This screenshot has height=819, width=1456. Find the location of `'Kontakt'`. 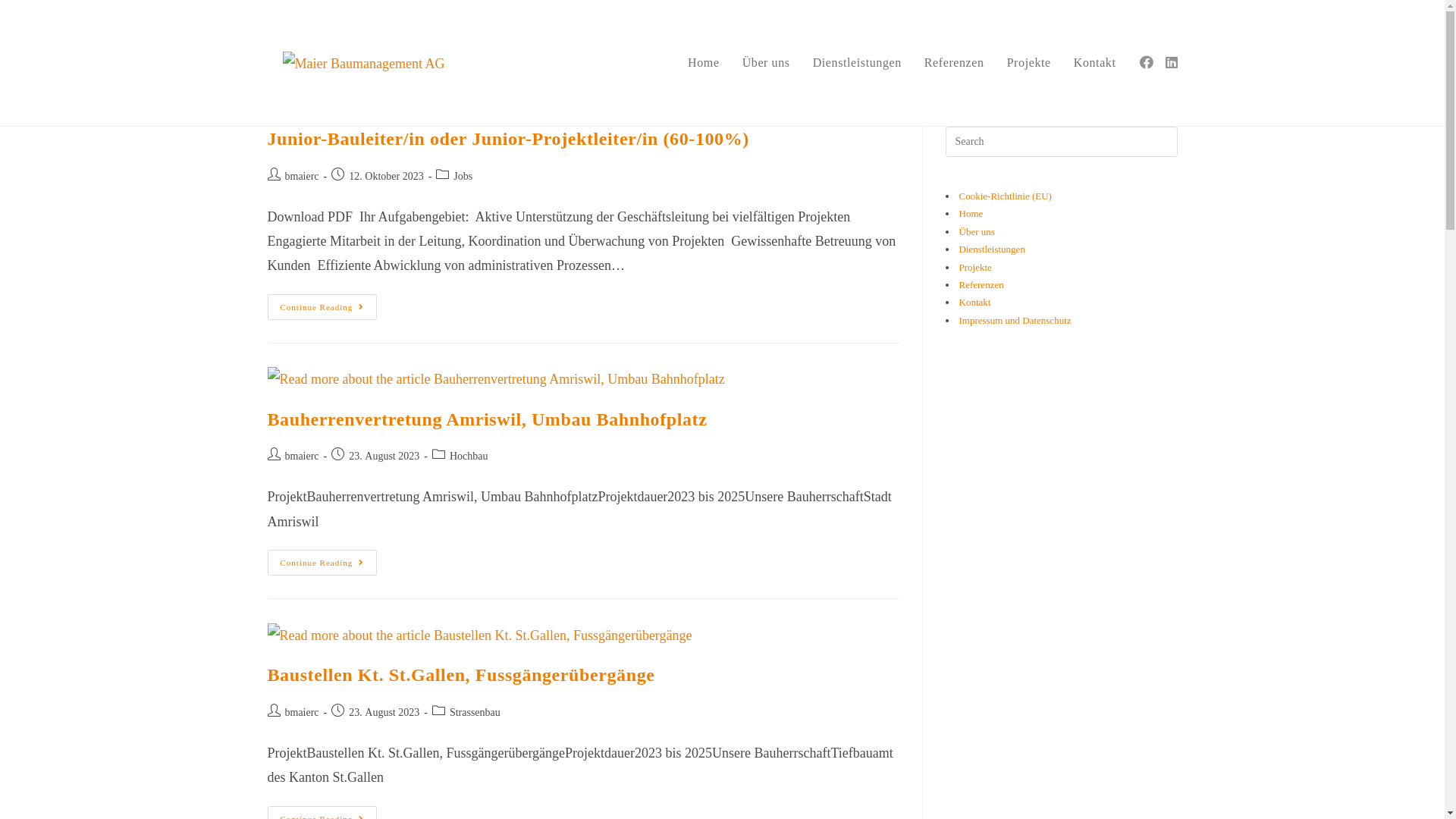

'Kontakt' is located at coordinates (1095, 62).